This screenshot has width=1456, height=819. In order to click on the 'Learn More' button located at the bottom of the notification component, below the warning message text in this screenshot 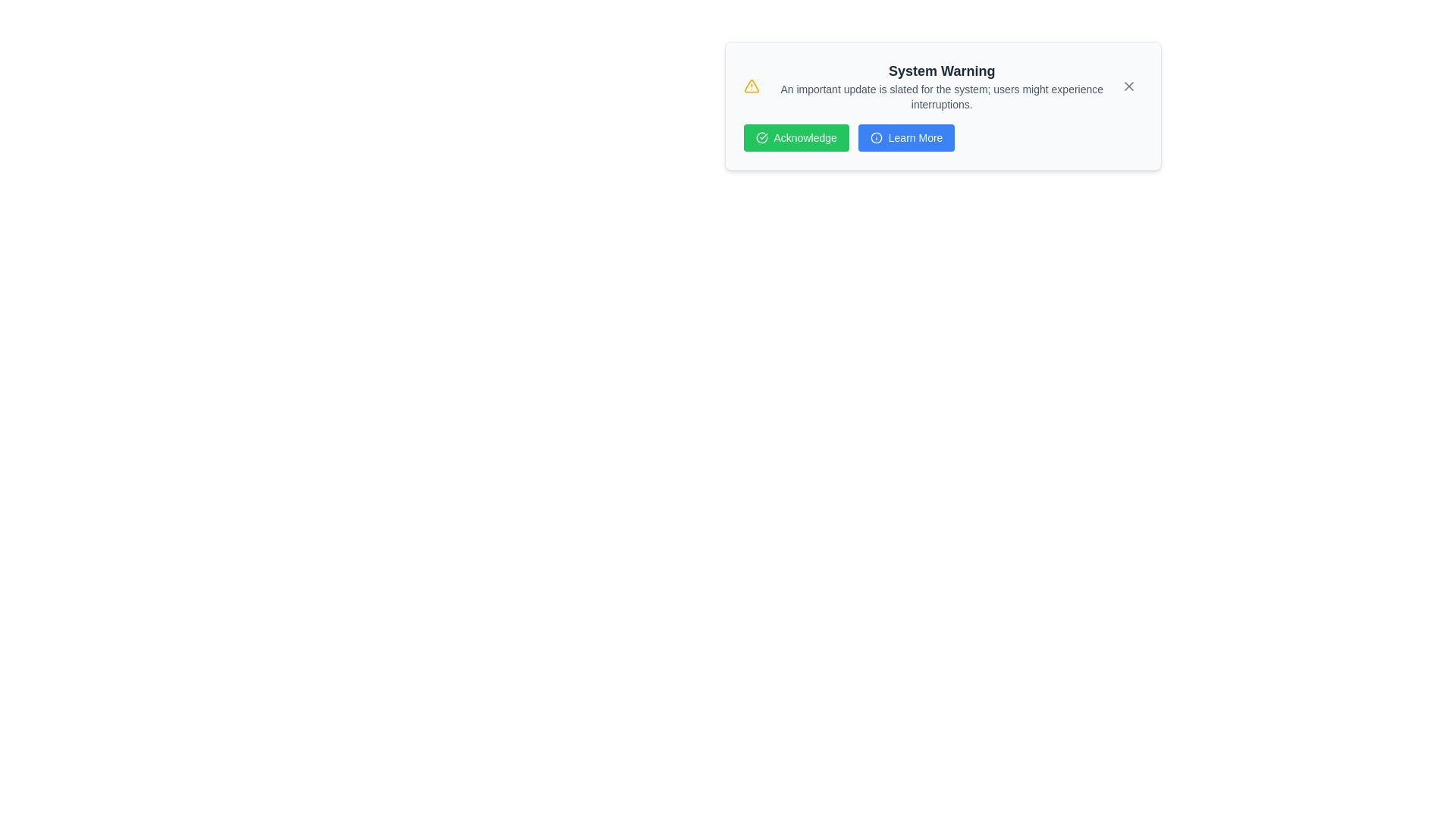, I will do `click(942, 137)`.